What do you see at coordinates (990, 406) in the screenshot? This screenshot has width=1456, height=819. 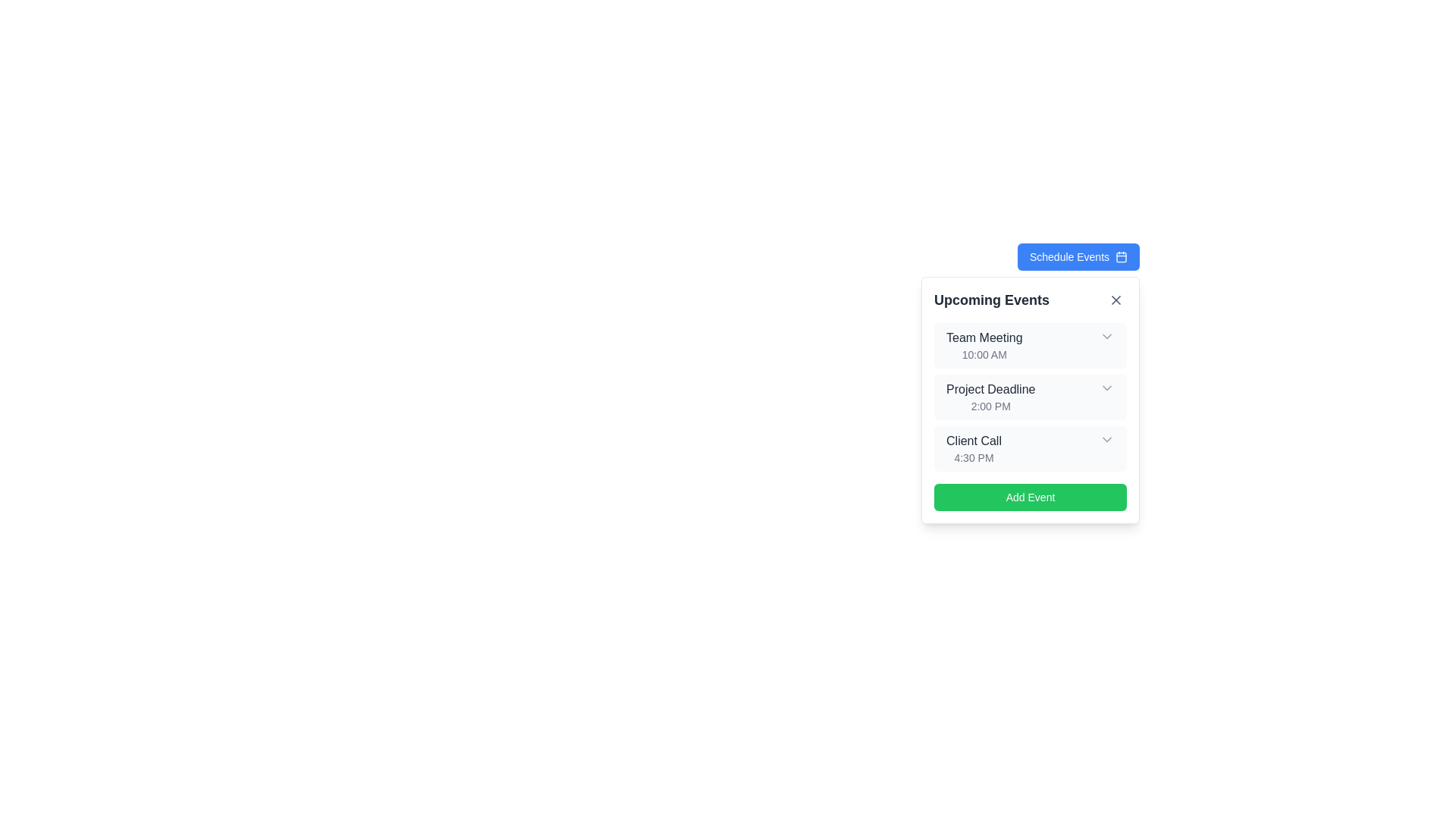 I see `the text element that displays the scheduled time for the 'Project Deadline' event, located in the second section of the 'Upcoming Events' list, directly beneath the heading 'Project Deadline'` at bounding box center [990, 406].